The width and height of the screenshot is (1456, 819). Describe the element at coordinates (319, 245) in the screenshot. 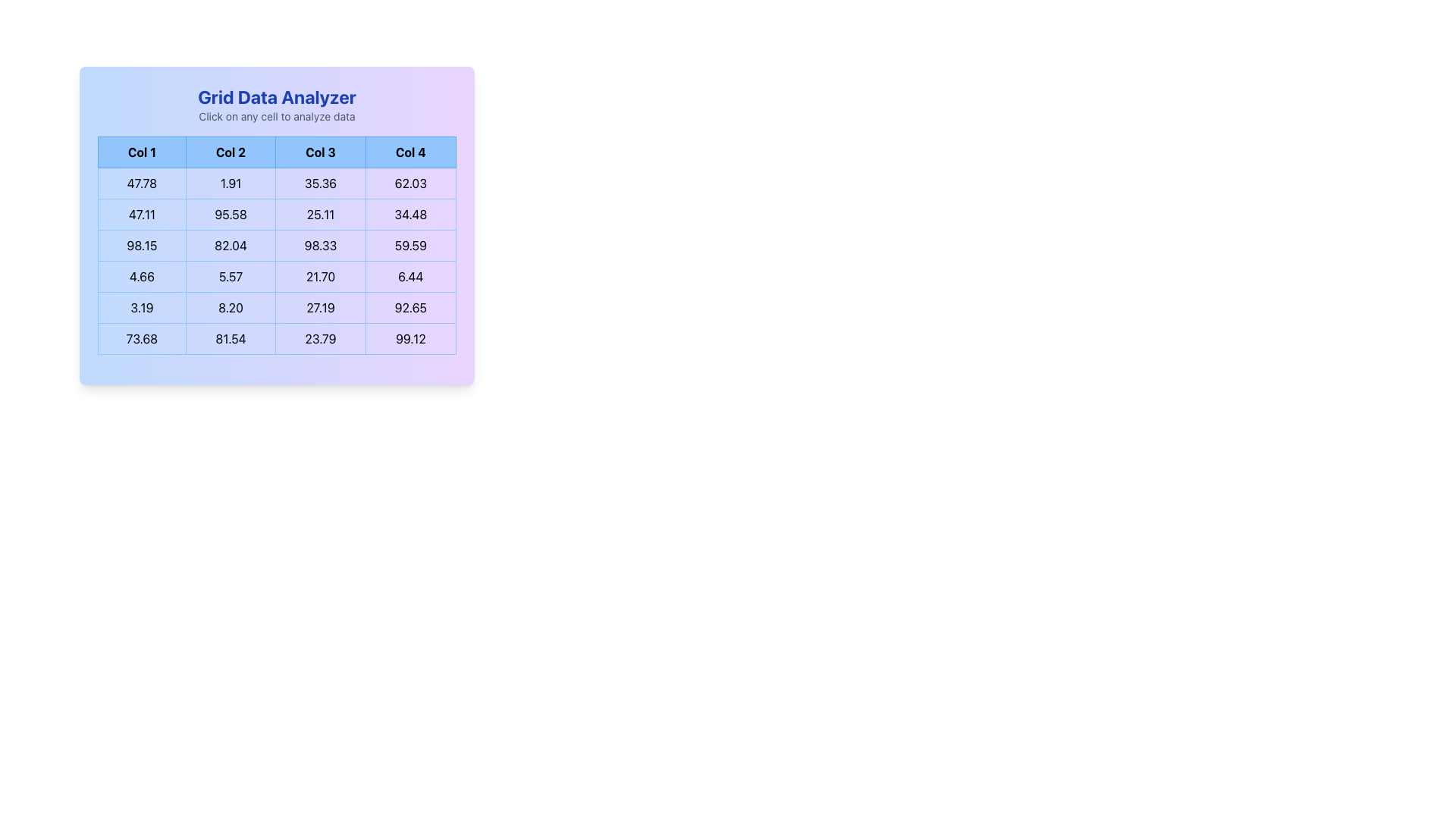

I see `the table cell displaying the numeric value '98.33'` at that location.